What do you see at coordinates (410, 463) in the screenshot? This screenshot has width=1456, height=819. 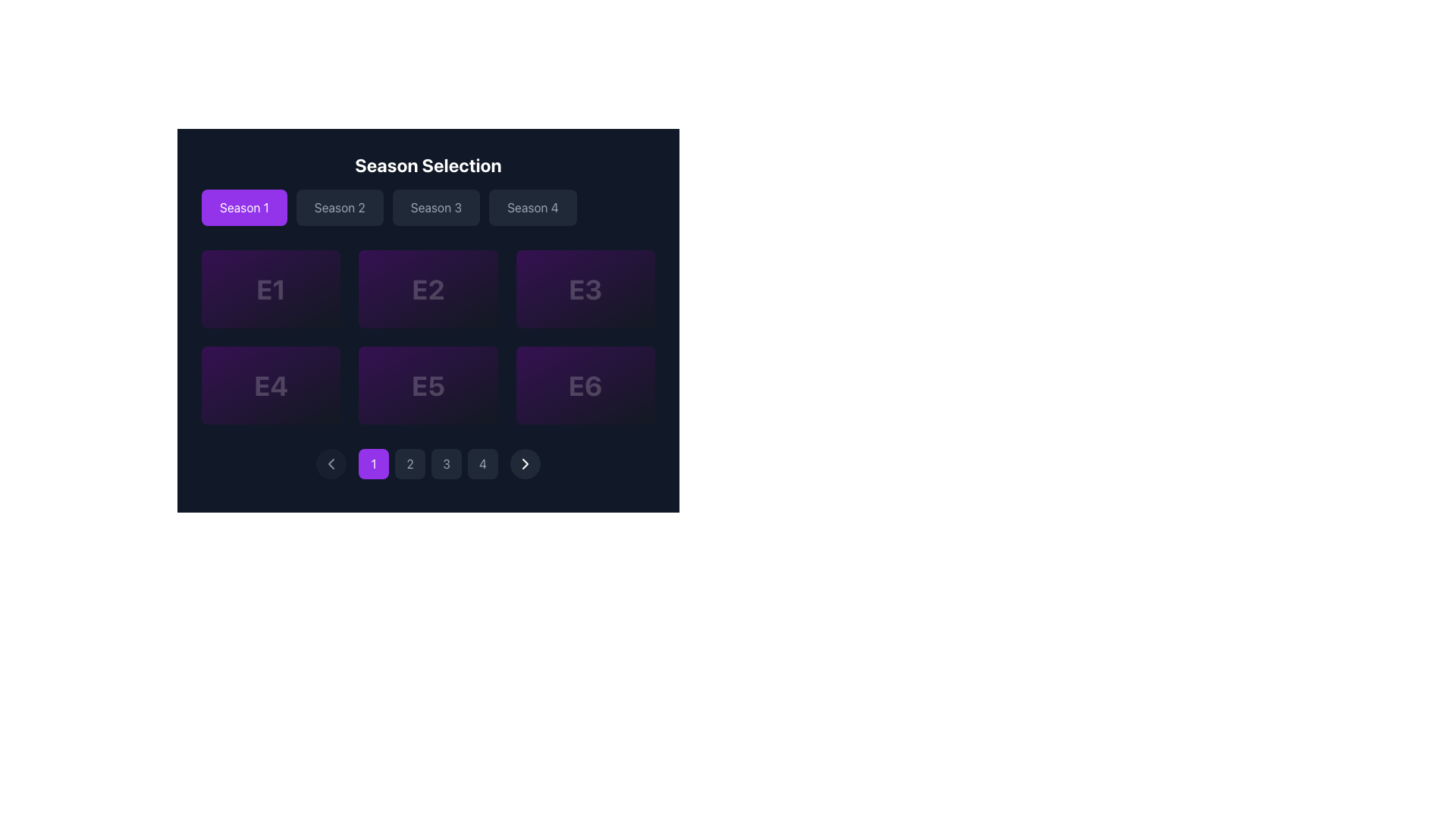 I see `the button labeled '2' that has a light gray color on a dark background` at bounding box center [410, 463].